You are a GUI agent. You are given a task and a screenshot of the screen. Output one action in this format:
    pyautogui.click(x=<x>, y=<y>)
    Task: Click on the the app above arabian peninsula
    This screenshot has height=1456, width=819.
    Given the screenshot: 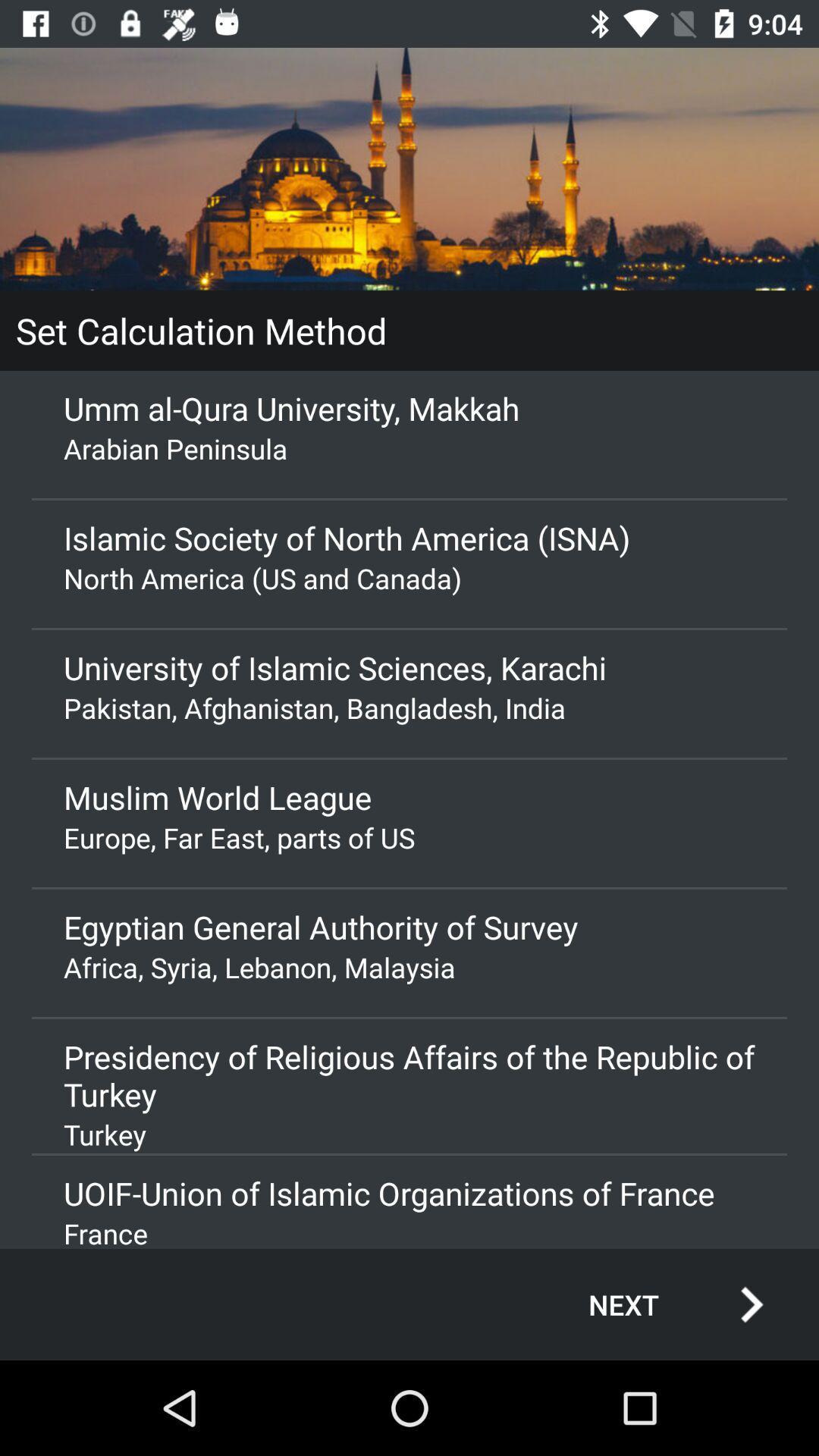 What is the action you would take?
    pyautogui.click(x=409, y=408)
    